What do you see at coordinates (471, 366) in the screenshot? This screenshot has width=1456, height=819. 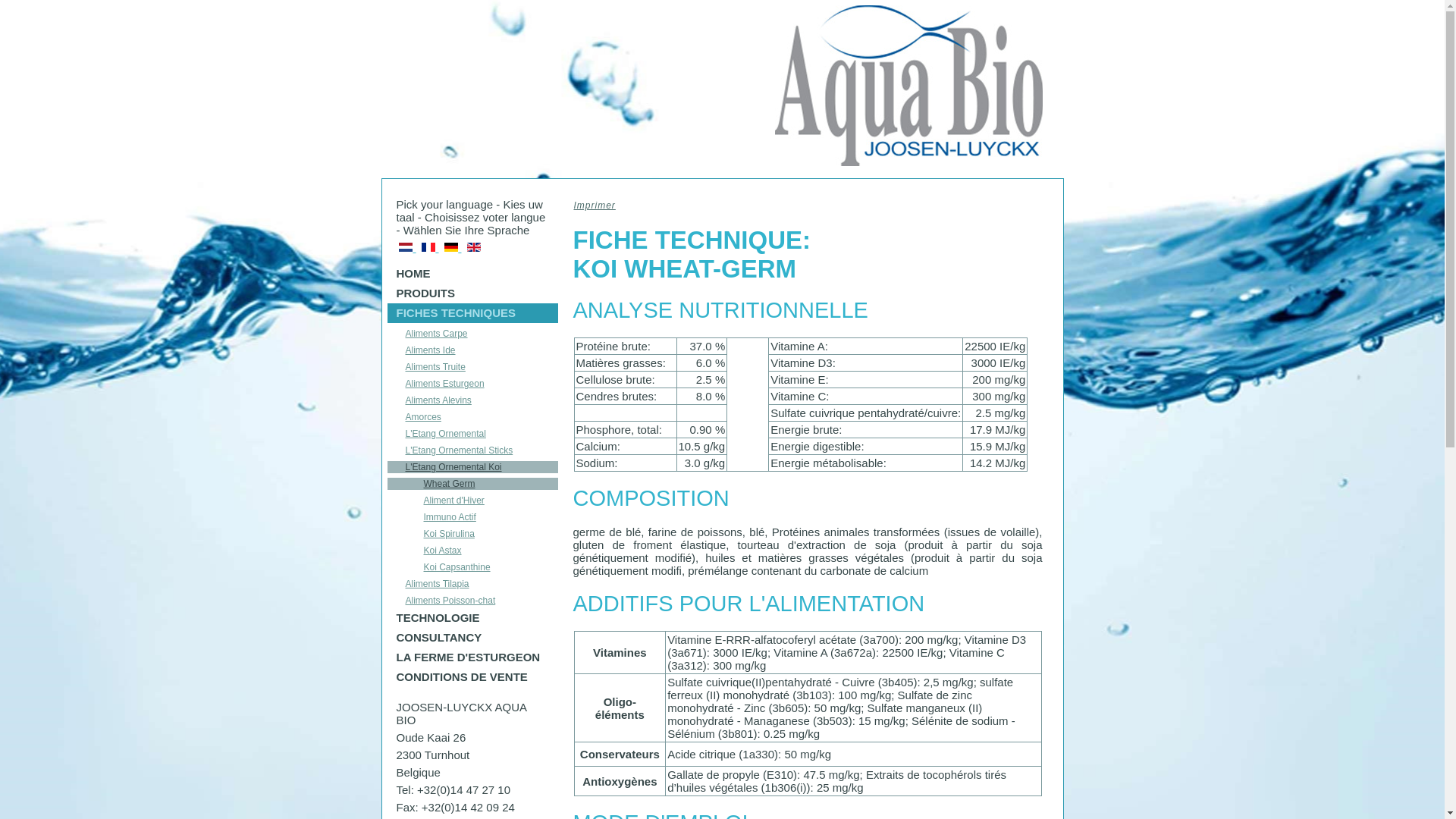 I see `'Aliments Truite'` at bounding box center [471, 366].